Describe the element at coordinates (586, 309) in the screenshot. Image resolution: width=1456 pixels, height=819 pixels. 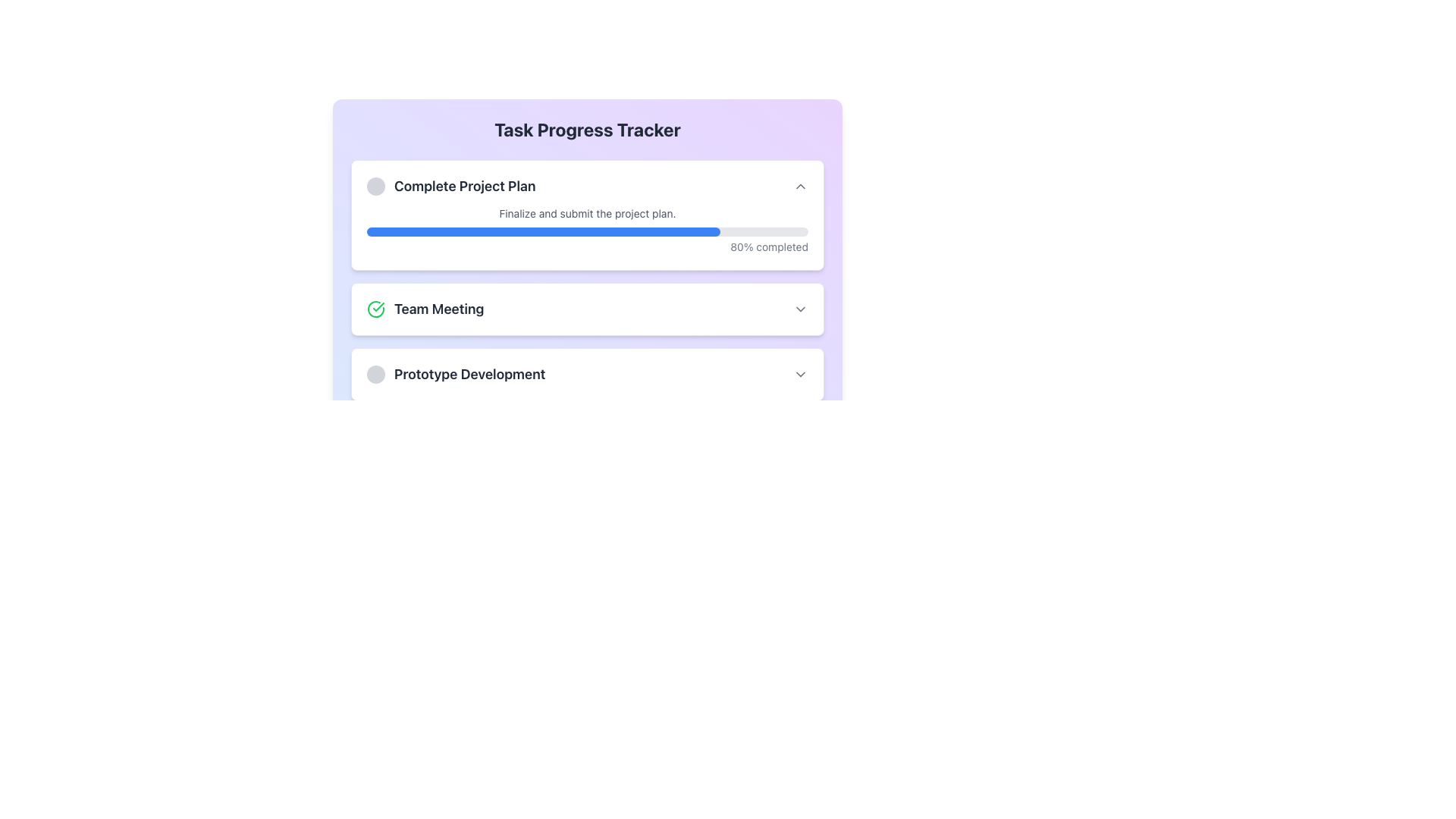
I see `the dropdown of the second task list item in the Task Progress Tracker` at that location.